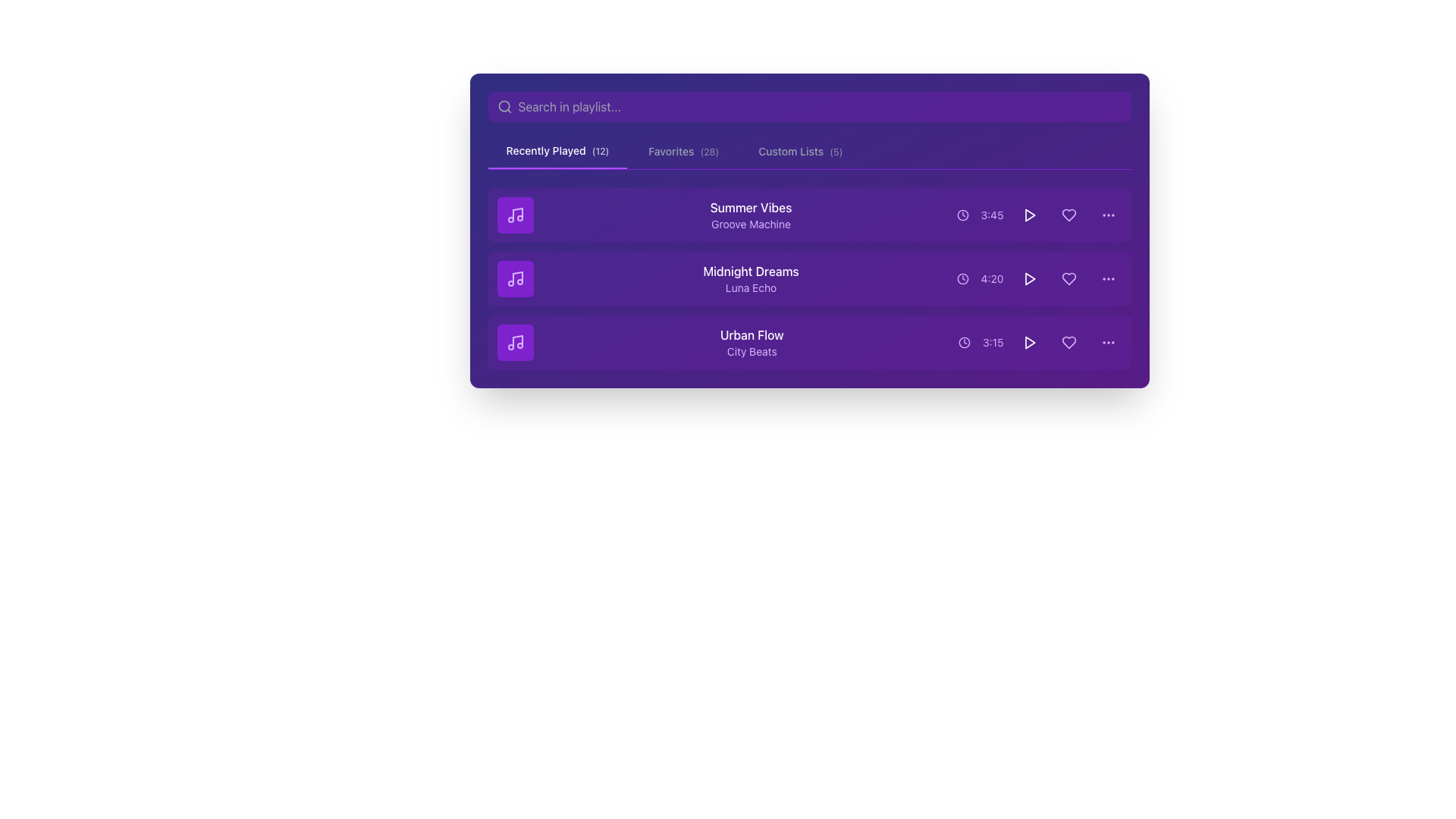 Image resolution: width=1456 pixels, height=819 pixels. Describe the element at coordinates (1030, 278) in the screenshot. I see `the right-facing triangular play icon, which is styled in white and located in the second row of the music playback interface` at that location.